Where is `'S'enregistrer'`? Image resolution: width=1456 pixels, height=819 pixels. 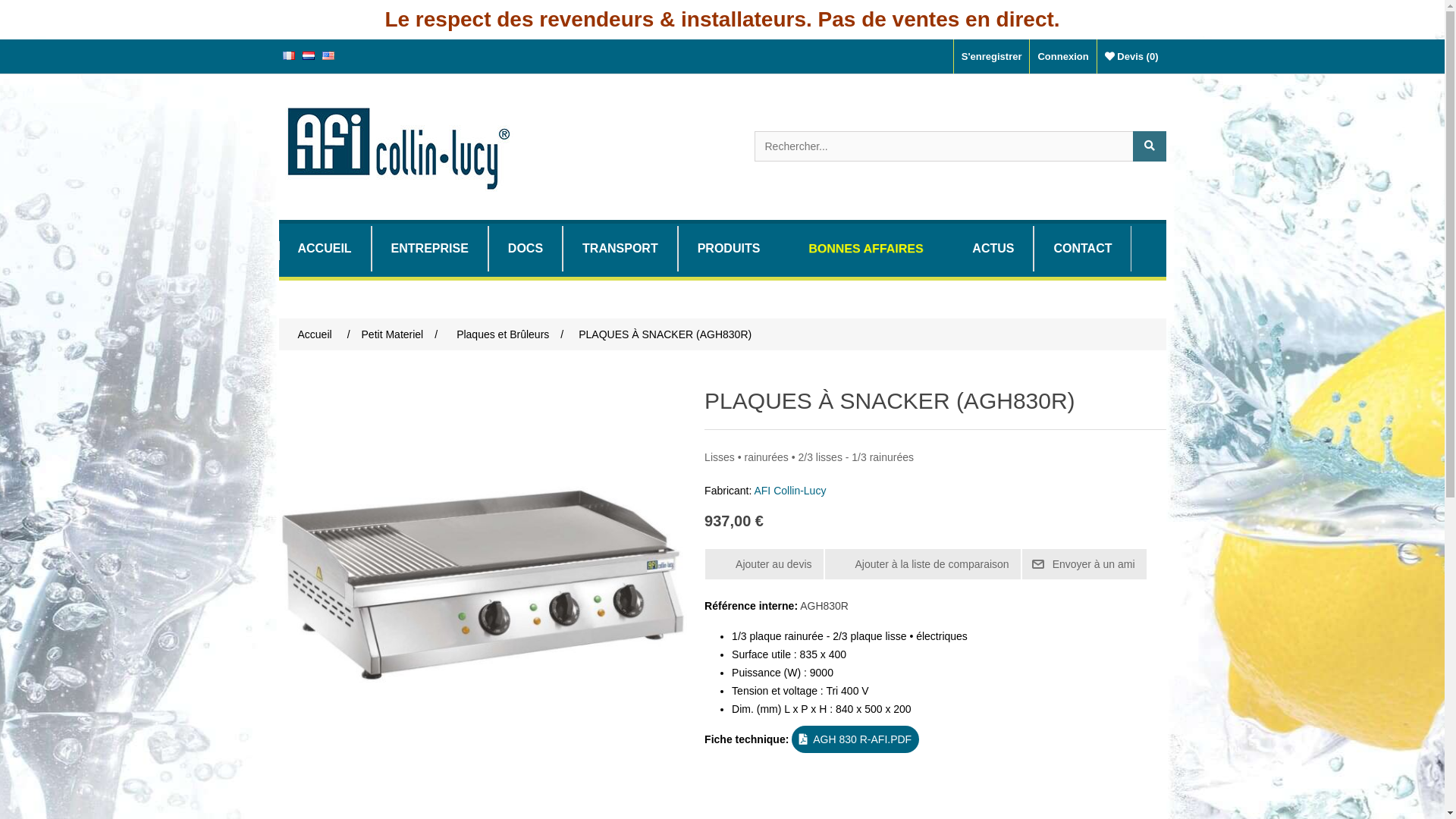 'S'enregistrer' is located at coordinates (952, 55).